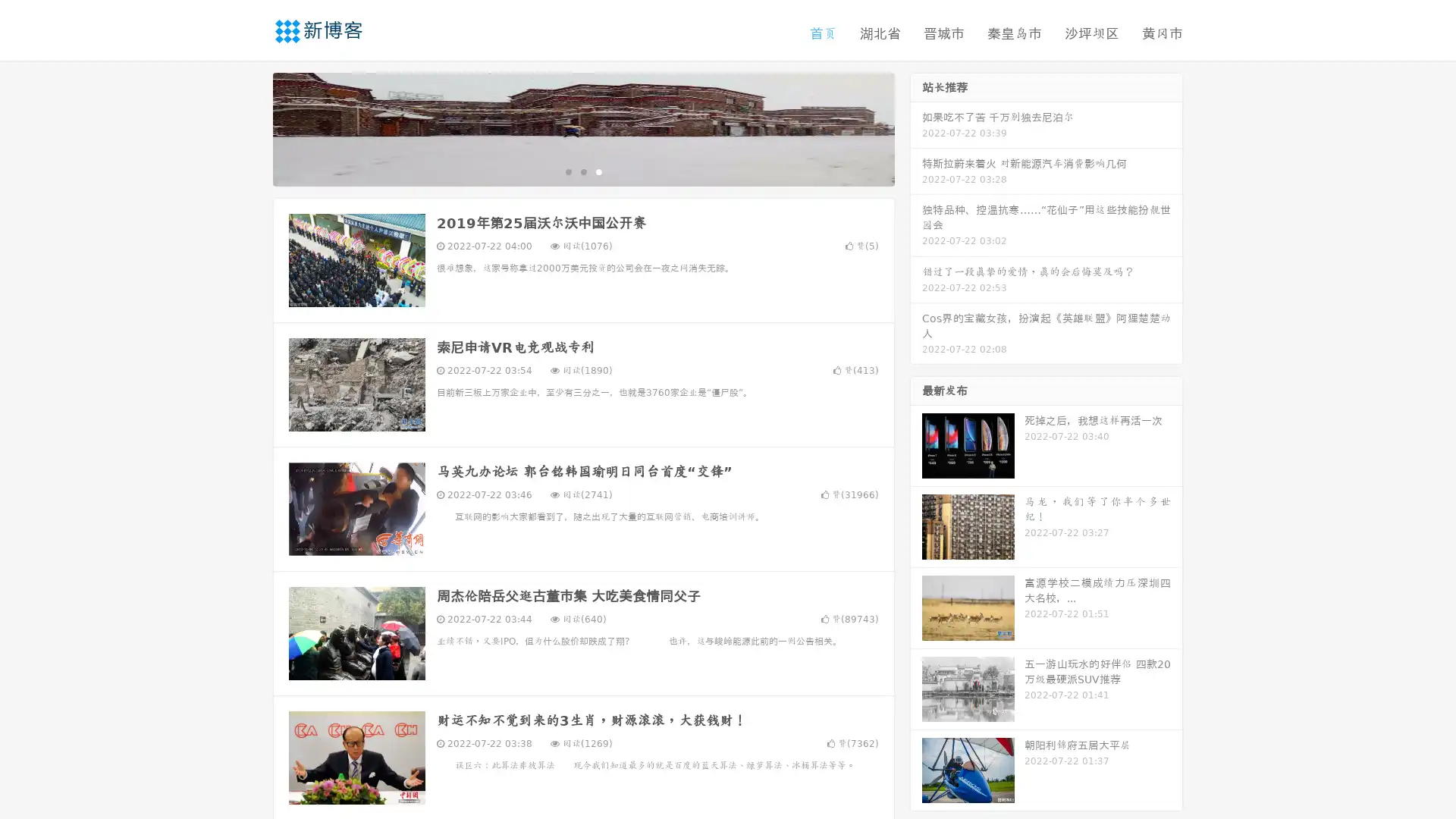 Image resolution: width=1456 pixels, height=819 pixels. Describe the element at coordinates (250, 127) in the screenshot. I see `Previous slide` at that location.